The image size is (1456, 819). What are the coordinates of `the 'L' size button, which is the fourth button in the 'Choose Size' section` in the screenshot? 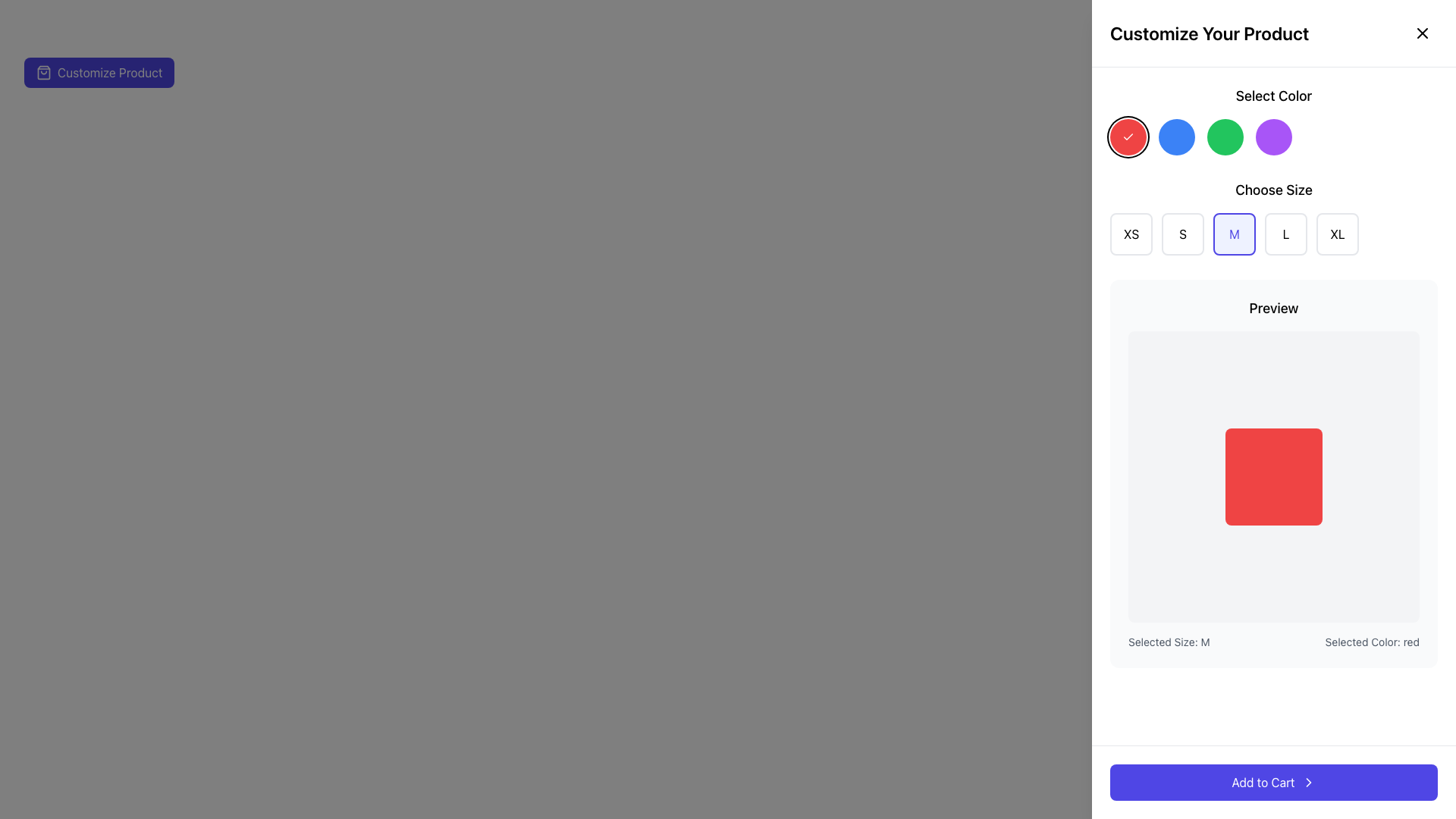 It's located at (1285, 234).